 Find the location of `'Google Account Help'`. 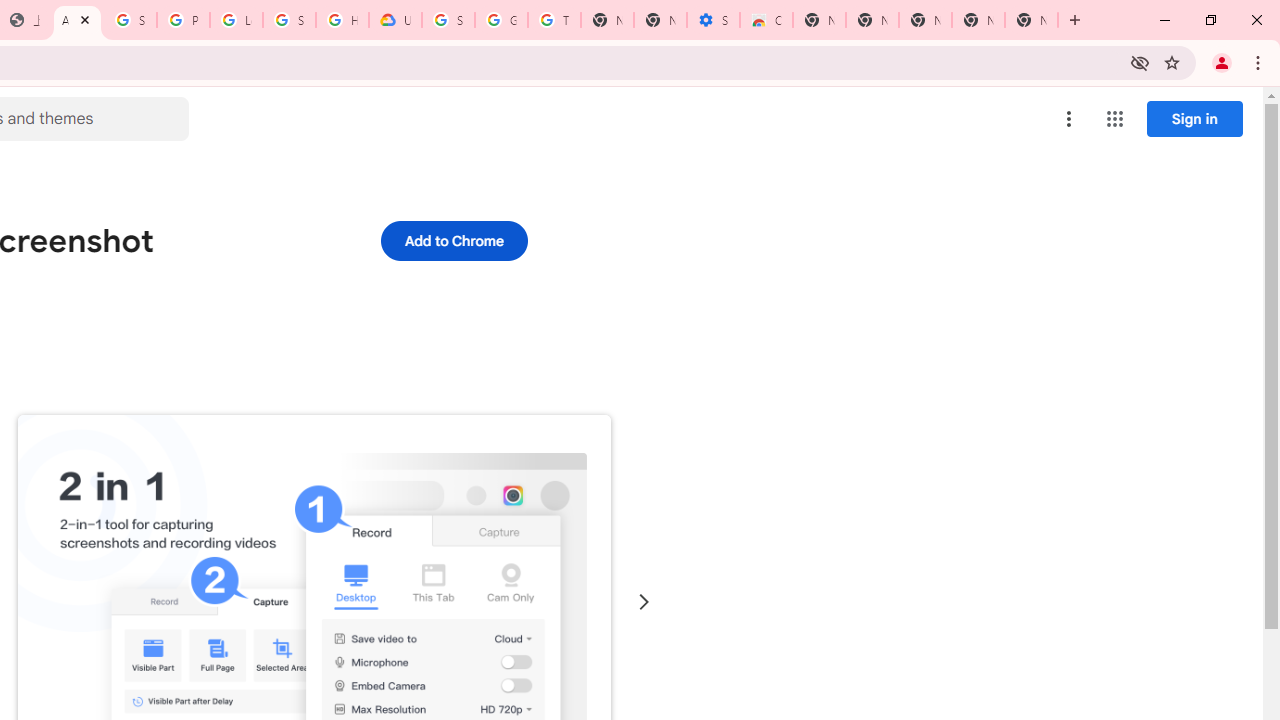

'Google Account Help' is located at coordinates (501, 20).